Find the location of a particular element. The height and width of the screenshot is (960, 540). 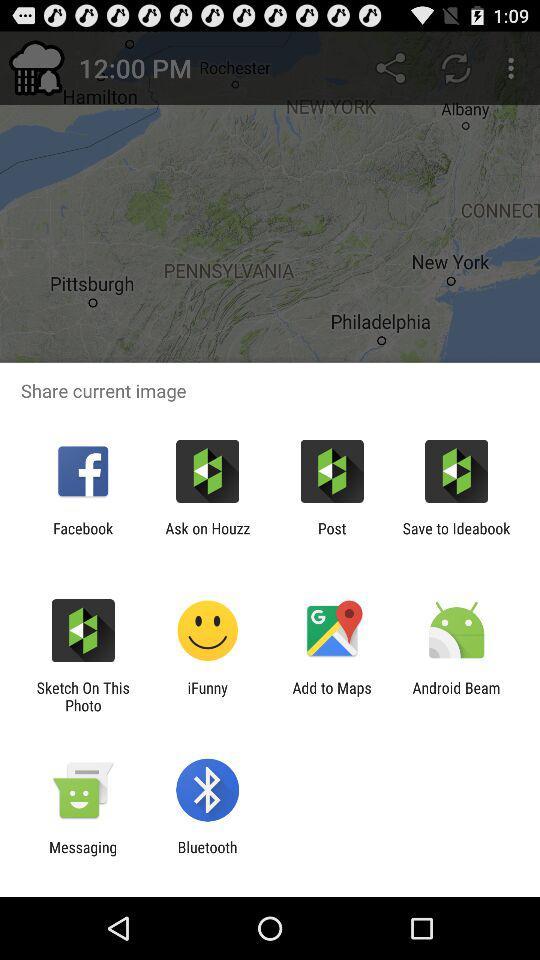

app next to ifunny icon is located at coordinates (82, 696).